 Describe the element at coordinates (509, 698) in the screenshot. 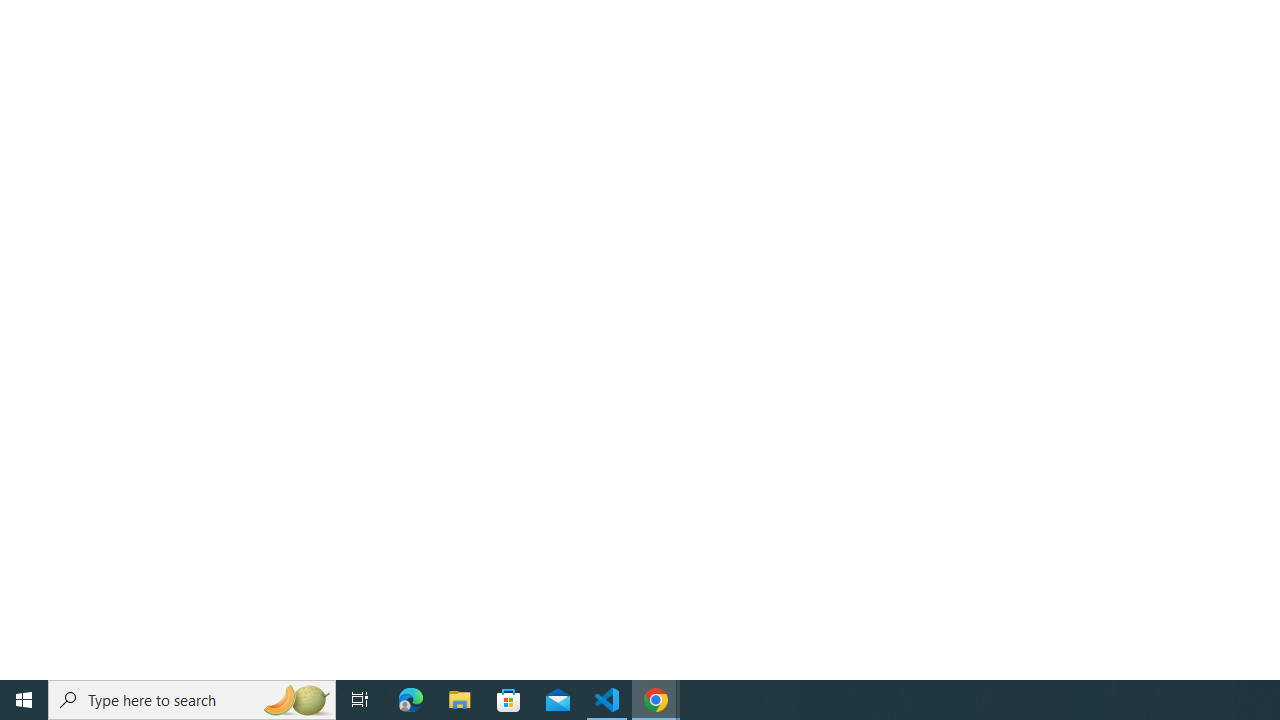

I see `'Microsoft Store'` at that location.